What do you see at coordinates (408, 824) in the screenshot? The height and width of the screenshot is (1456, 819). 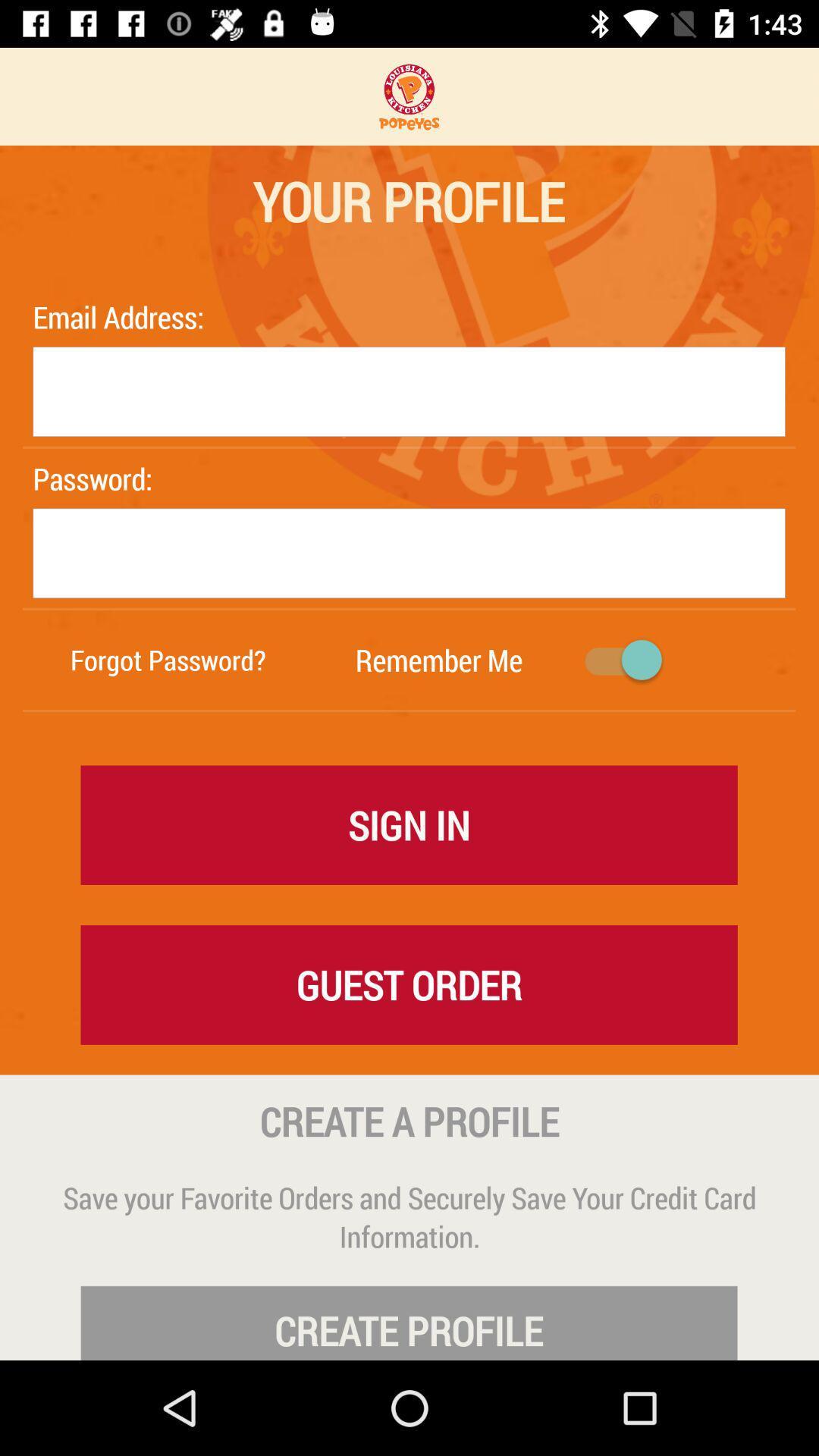 I see `item above the guest order icon` at bounding box center [408, 824].